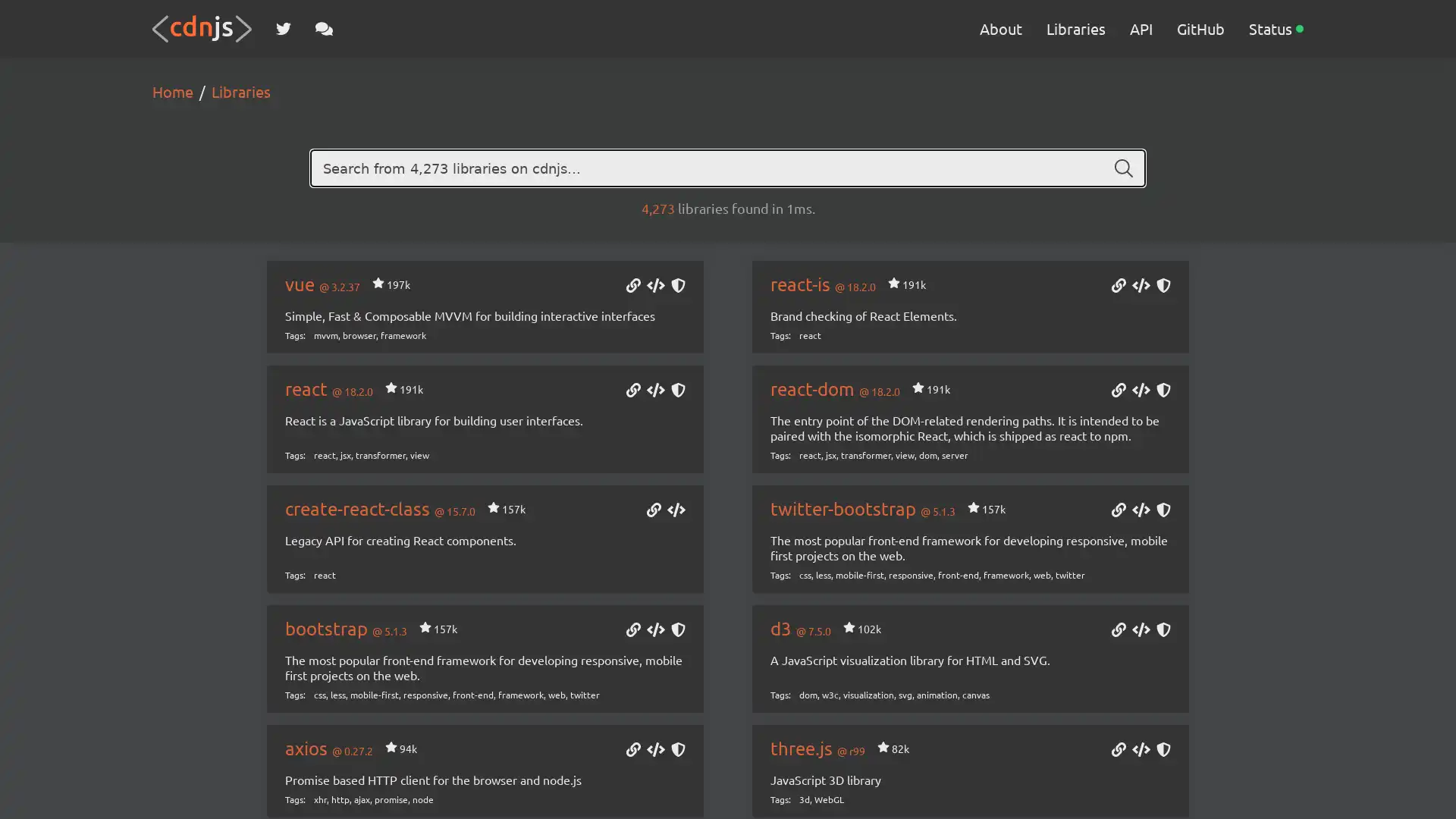  Describe the element at coordinates (1118, 391) in the screenshot. I see `Copy URL` at that location.